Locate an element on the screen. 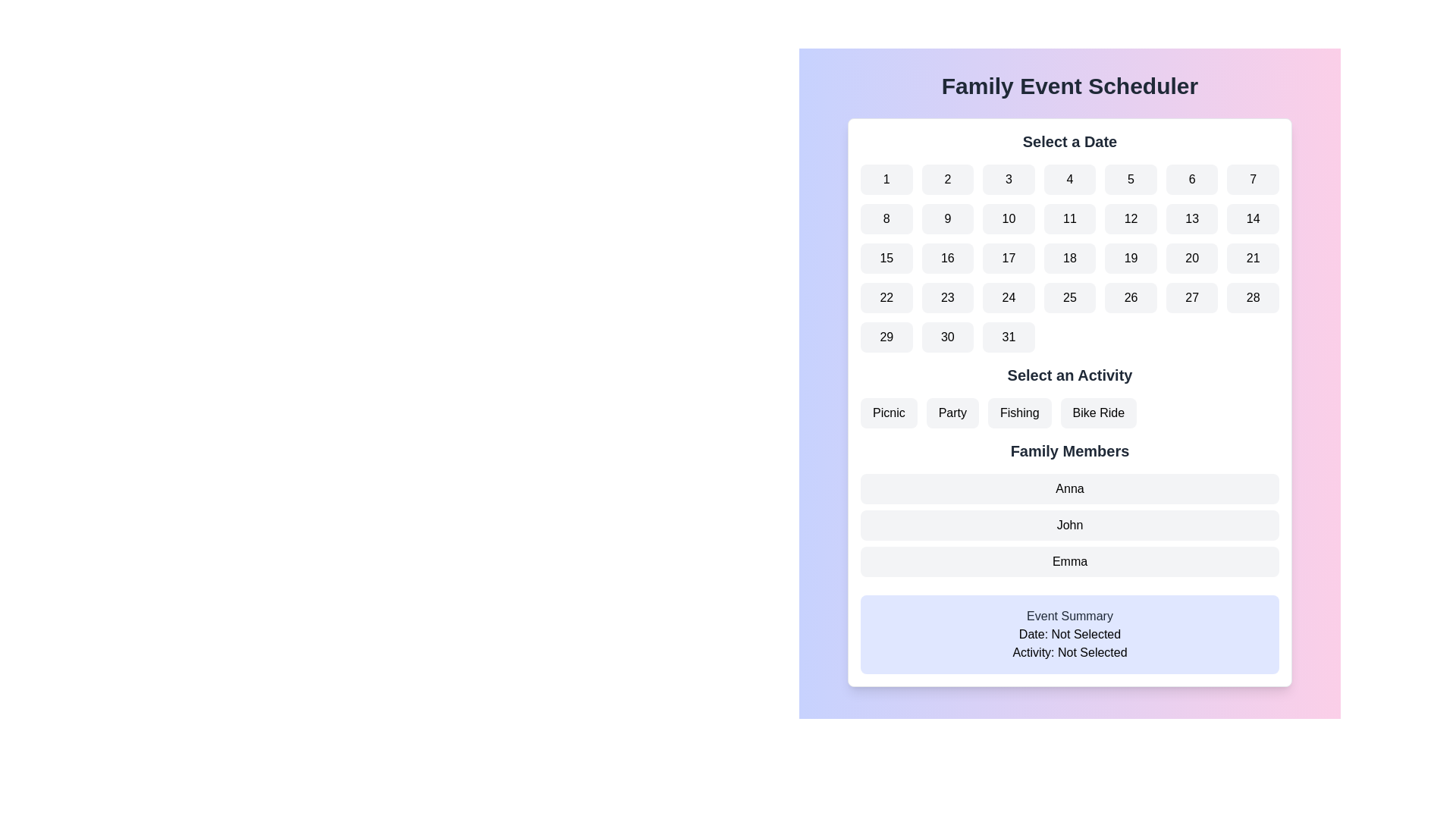  the button in the seventh column of the third row that allows the user is located at coordinates (1253, 257).